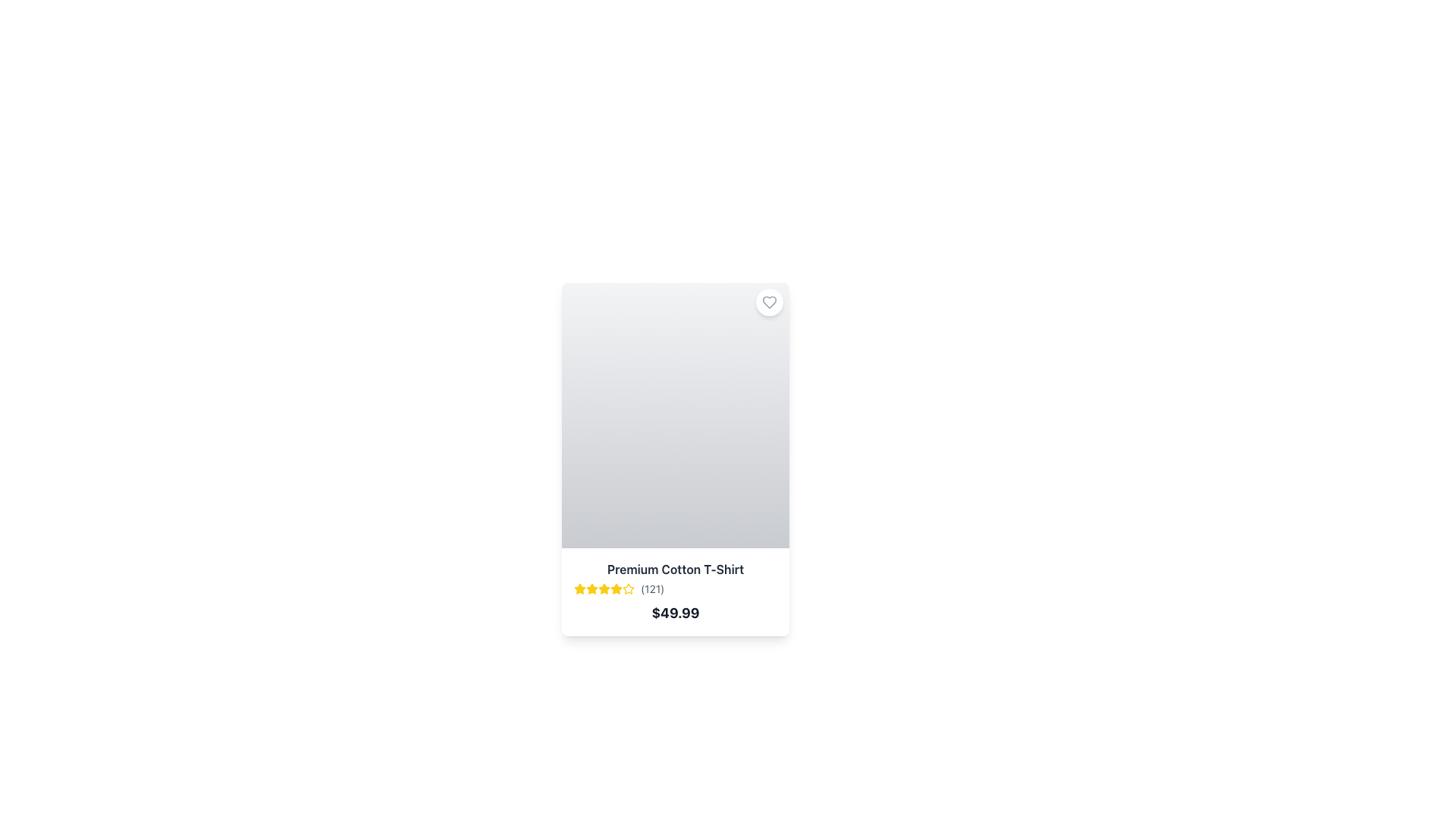 This screenshot has width=1456, height=819. Describe the element at coordinates (603, 588) in the screenshot. I see `the fourth star icon in the rating system located below the 'Premium Cotton T-Shirt' title to interact with the rating system` at that location.